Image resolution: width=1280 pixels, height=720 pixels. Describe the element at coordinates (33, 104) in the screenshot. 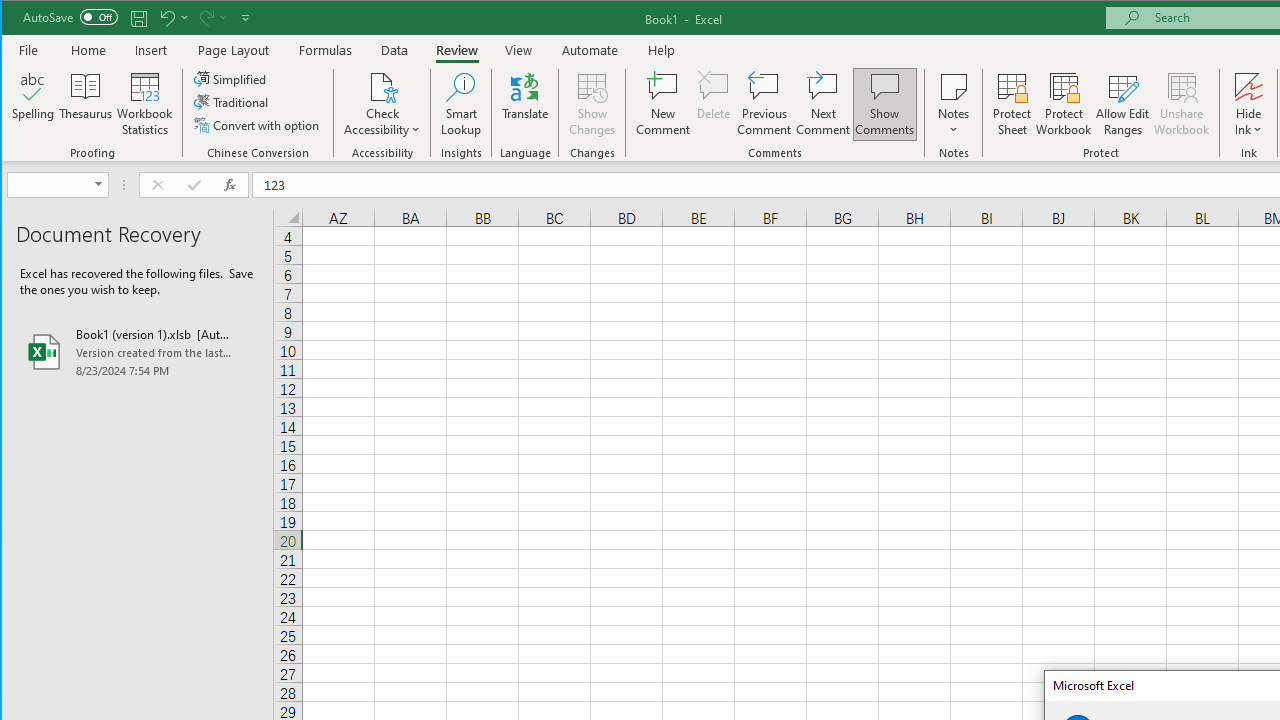

I see `'Spelling...'` at that location.